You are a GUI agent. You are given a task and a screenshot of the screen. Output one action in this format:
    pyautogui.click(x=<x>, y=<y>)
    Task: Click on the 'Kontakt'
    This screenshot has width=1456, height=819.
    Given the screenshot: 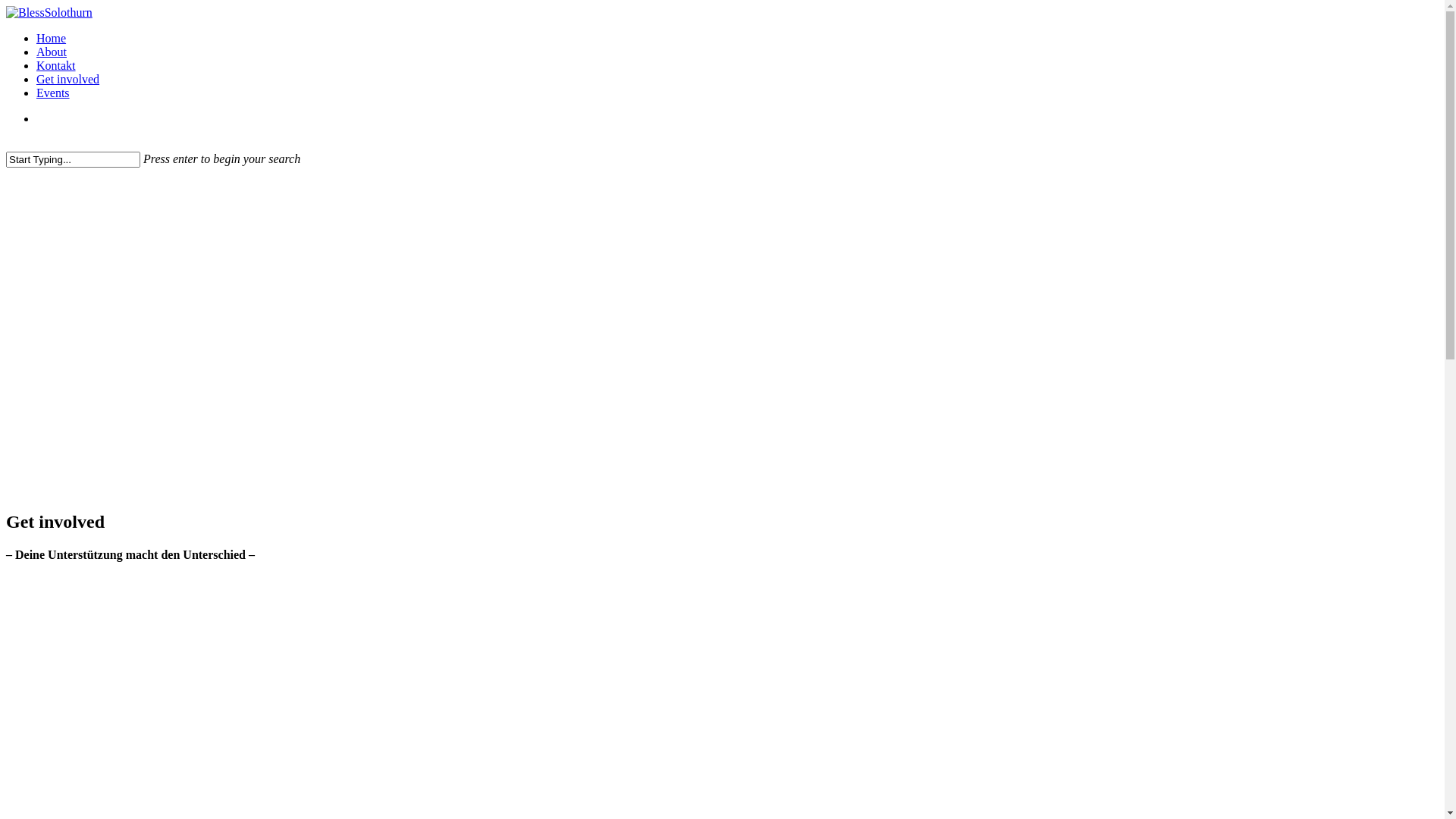 What is the action you would take?
    pyautogui.click(x=36, y=64)
    